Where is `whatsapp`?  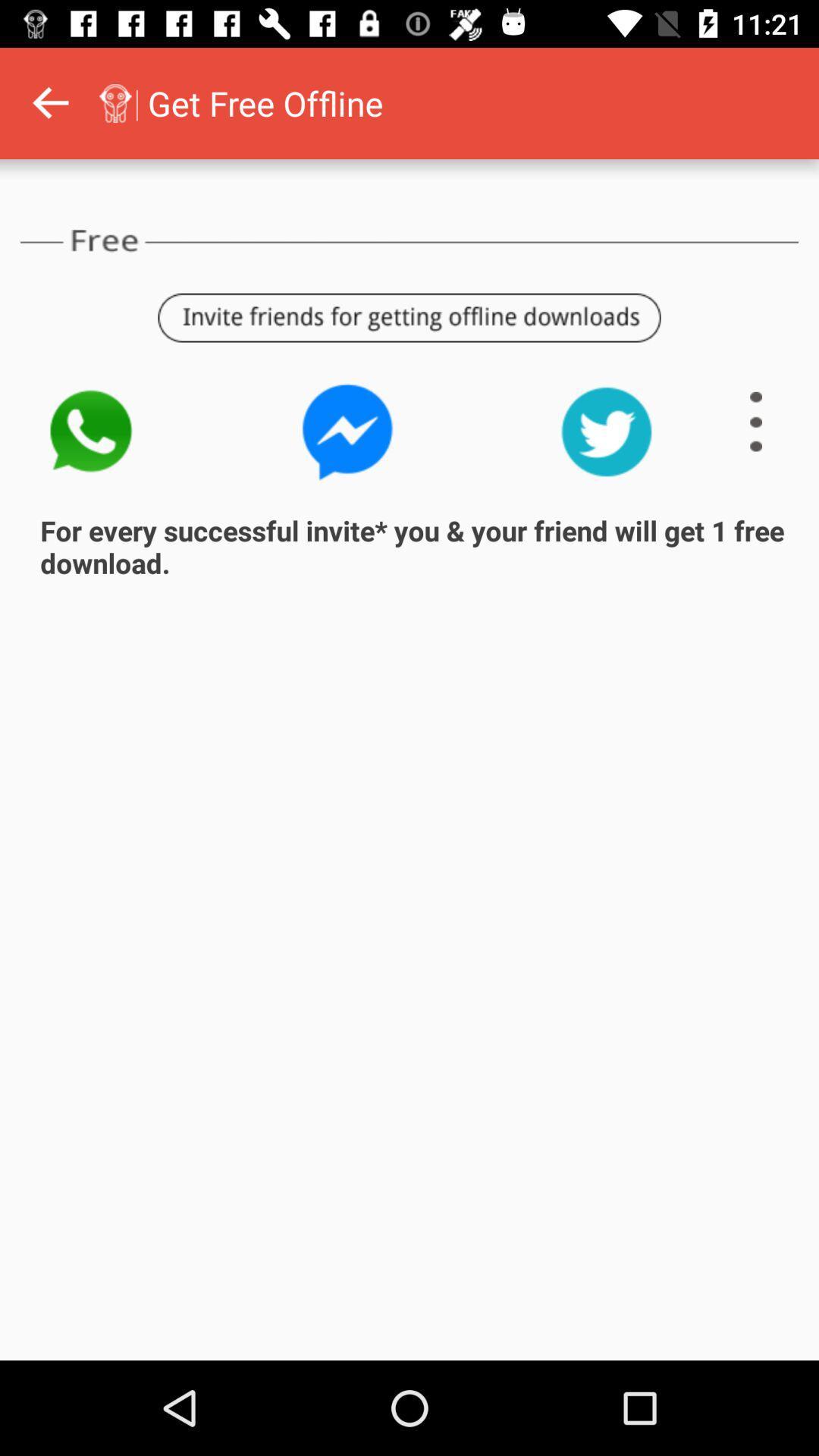
whatsapp is located at coordinates (89, 431).